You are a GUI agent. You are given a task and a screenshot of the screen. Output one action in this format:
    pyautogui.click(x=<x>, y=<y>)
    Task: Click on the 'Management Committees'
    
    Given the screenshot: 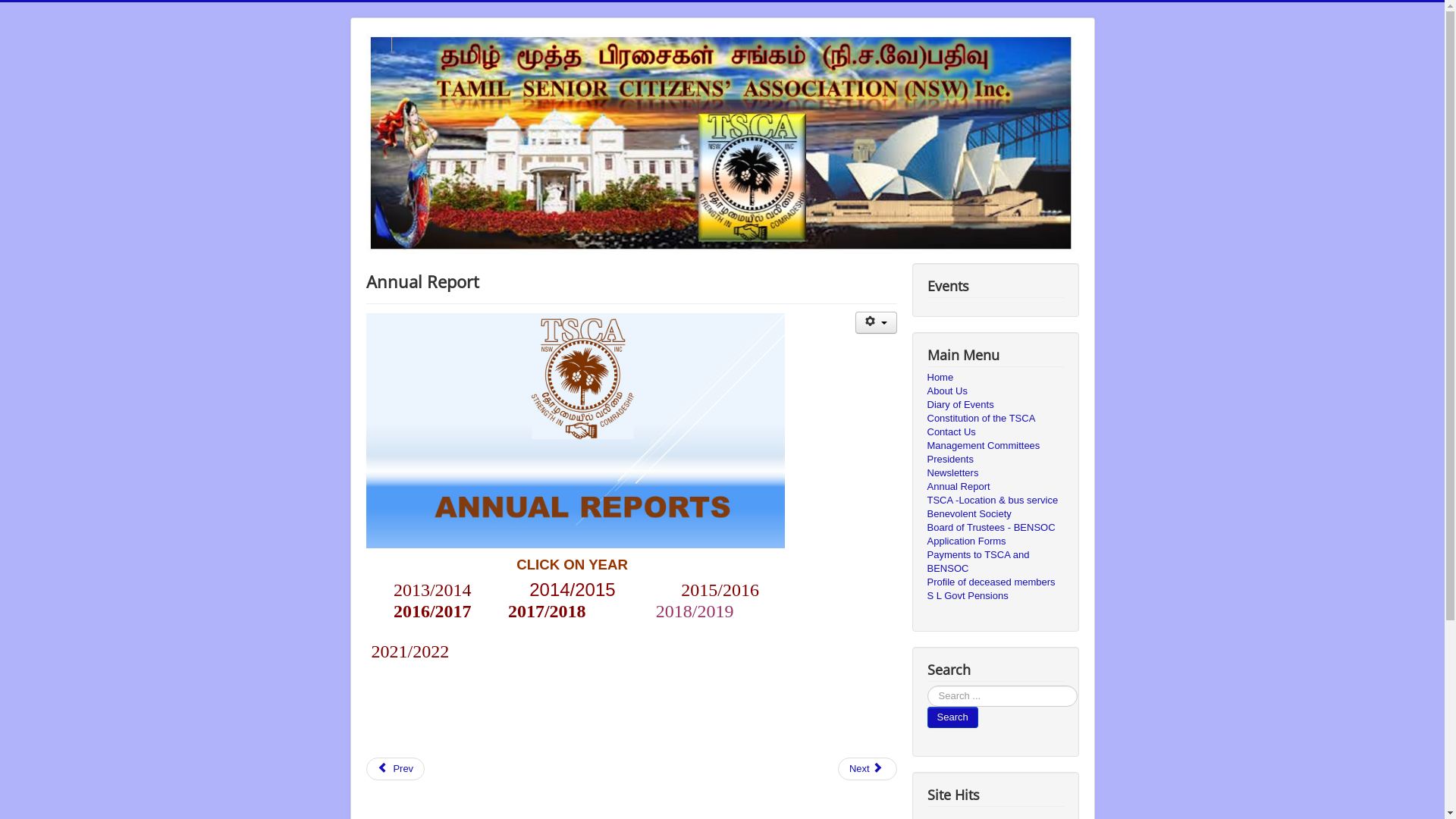 What is the action you would take?
    pyautogui.click(x=926, y=444)
    